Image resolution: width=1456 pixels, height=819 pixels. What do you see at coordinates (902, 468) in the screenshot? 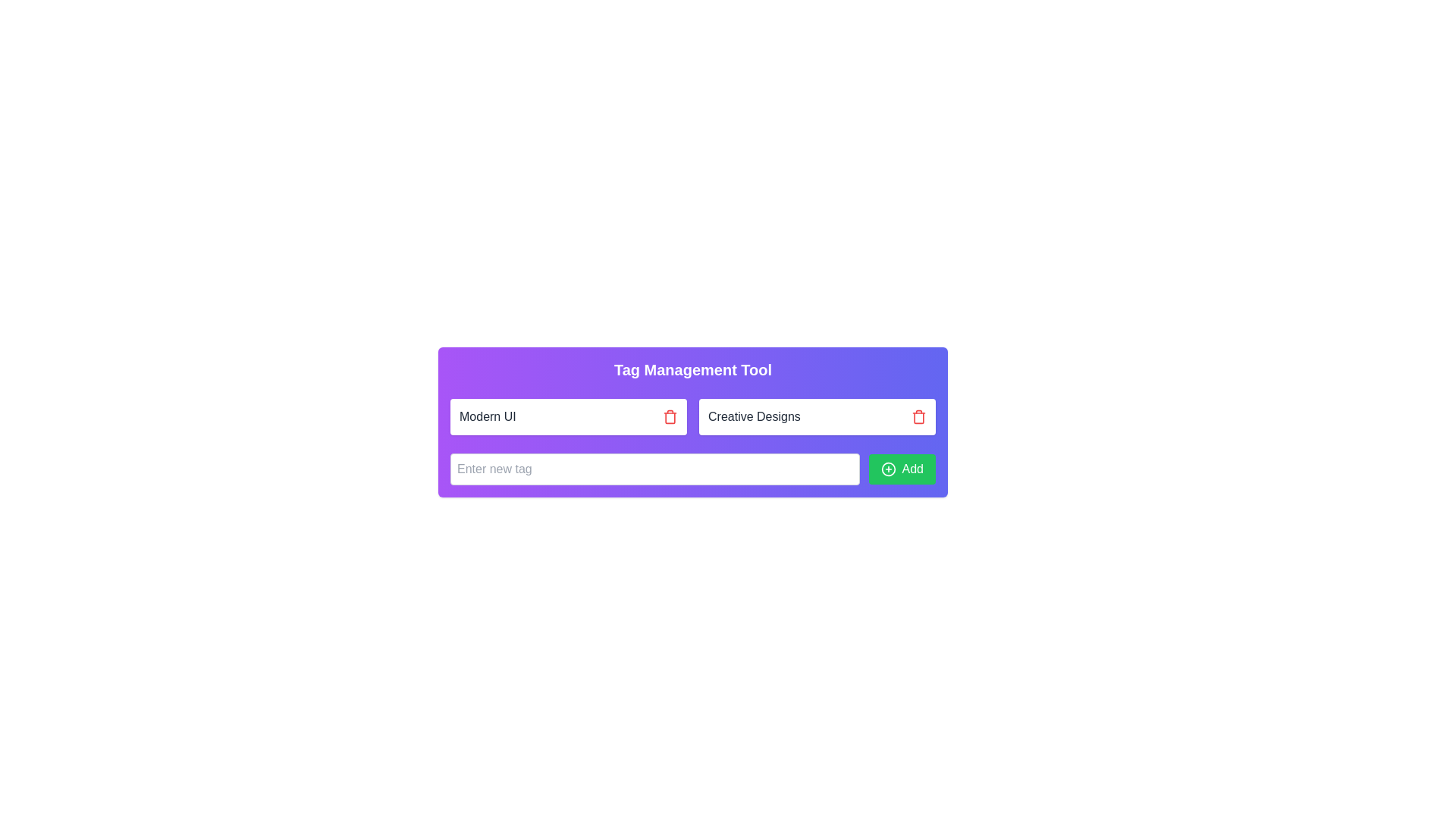
I see `the green rectangular button labeled 'Add' with a white plus icon` at bounding box center [902, 468].